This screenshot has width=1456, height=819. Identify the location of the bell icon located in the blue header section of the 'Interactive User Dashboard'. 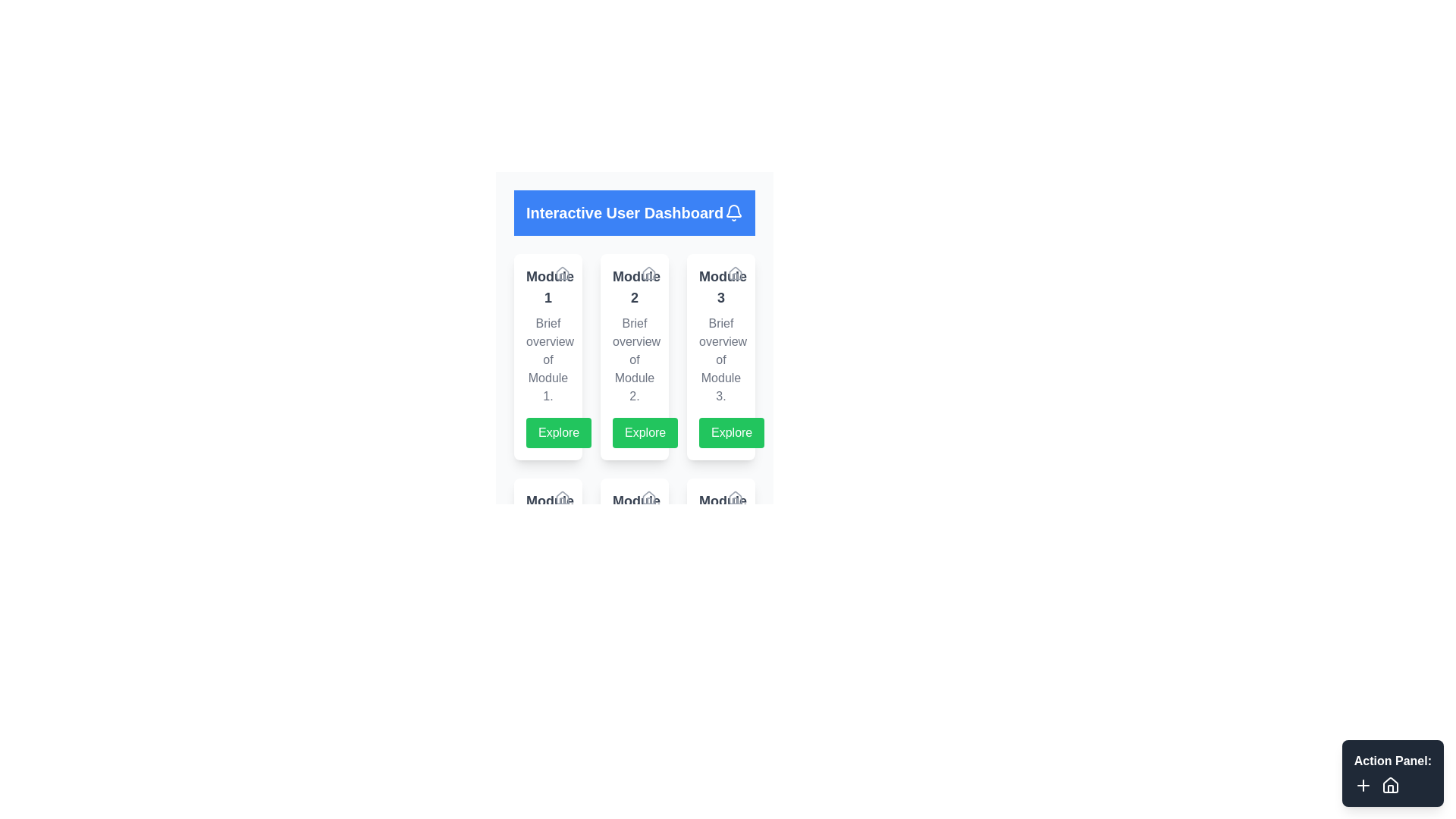
(734, 213).